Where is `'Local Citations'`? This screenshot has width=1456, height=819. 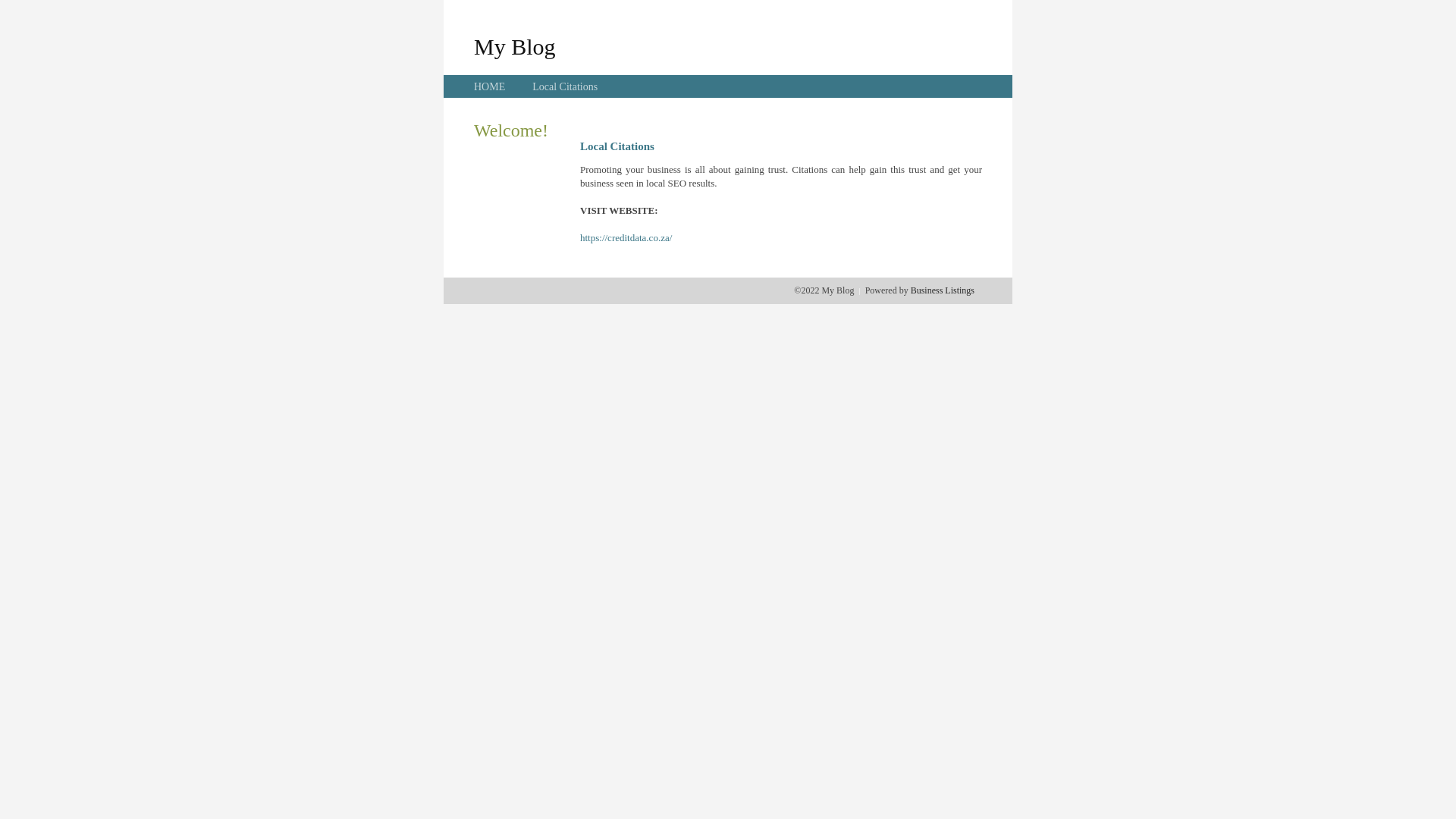 'Local Citations' is located at coordinates (563, 86).